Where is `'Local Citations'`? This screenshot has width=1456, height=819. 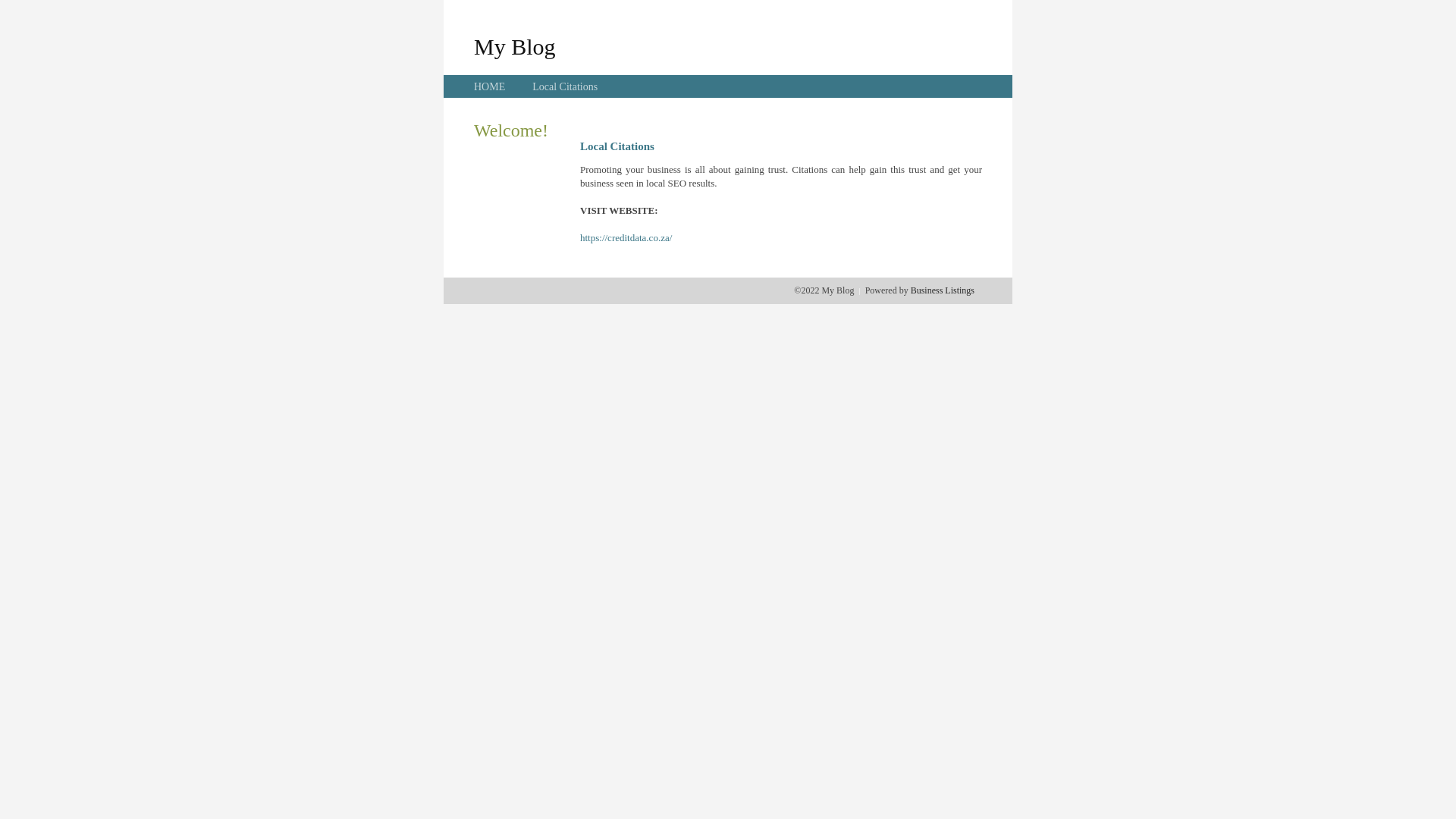 'Local Citations' is located at coordinates (563, 86).